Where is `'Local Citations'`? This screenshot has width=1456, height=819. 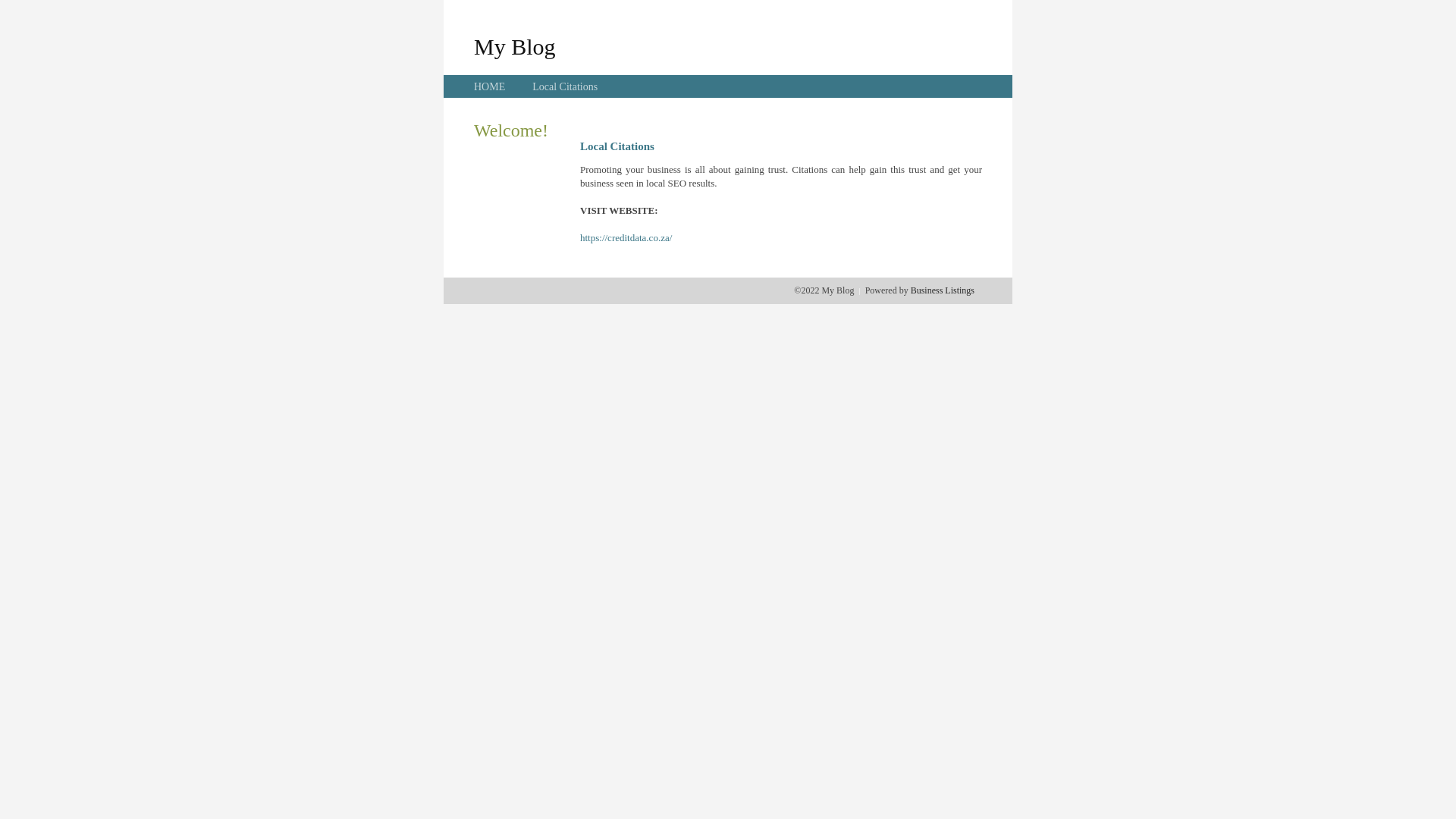 'Local Citations' is located at coordinates (563, 86).